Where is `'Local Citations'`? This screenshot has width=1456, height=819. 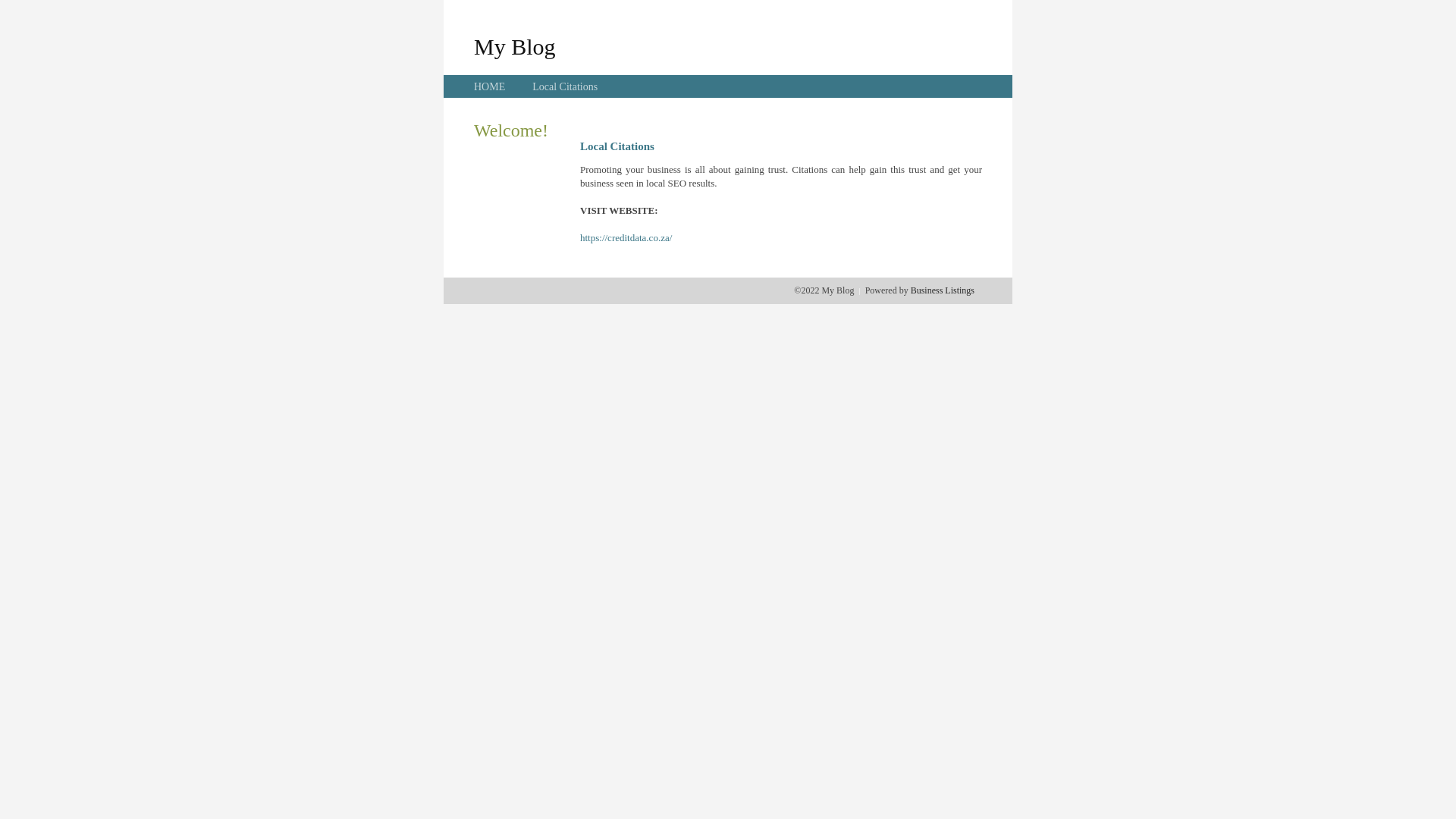 'Local Citations' is located at coordinates (563, 86).